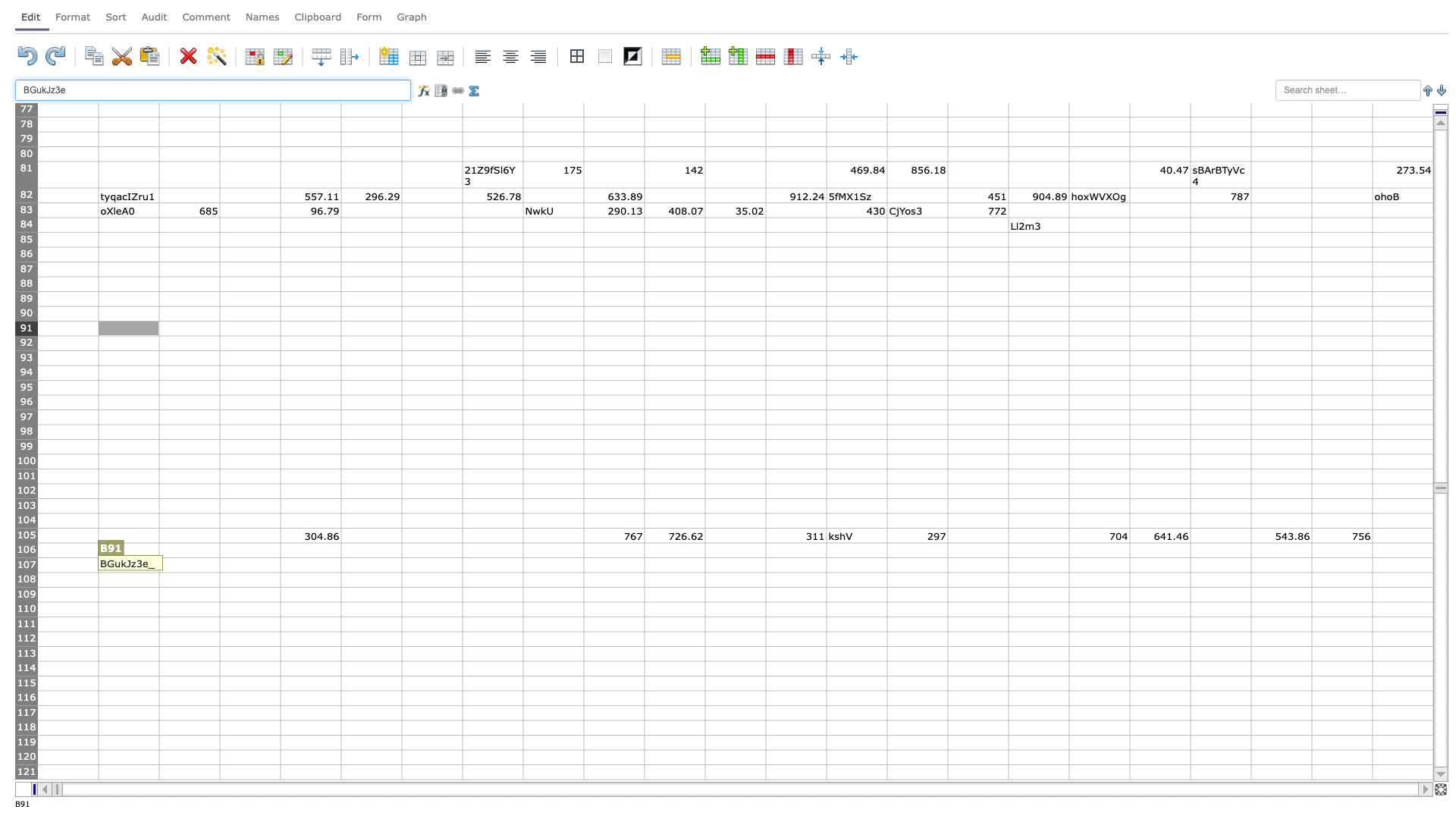 This screenshot has width=1456, height=819. Describe the element at coordinates (218, 565) in the screenshot. I see `right edge of C107` at that location.